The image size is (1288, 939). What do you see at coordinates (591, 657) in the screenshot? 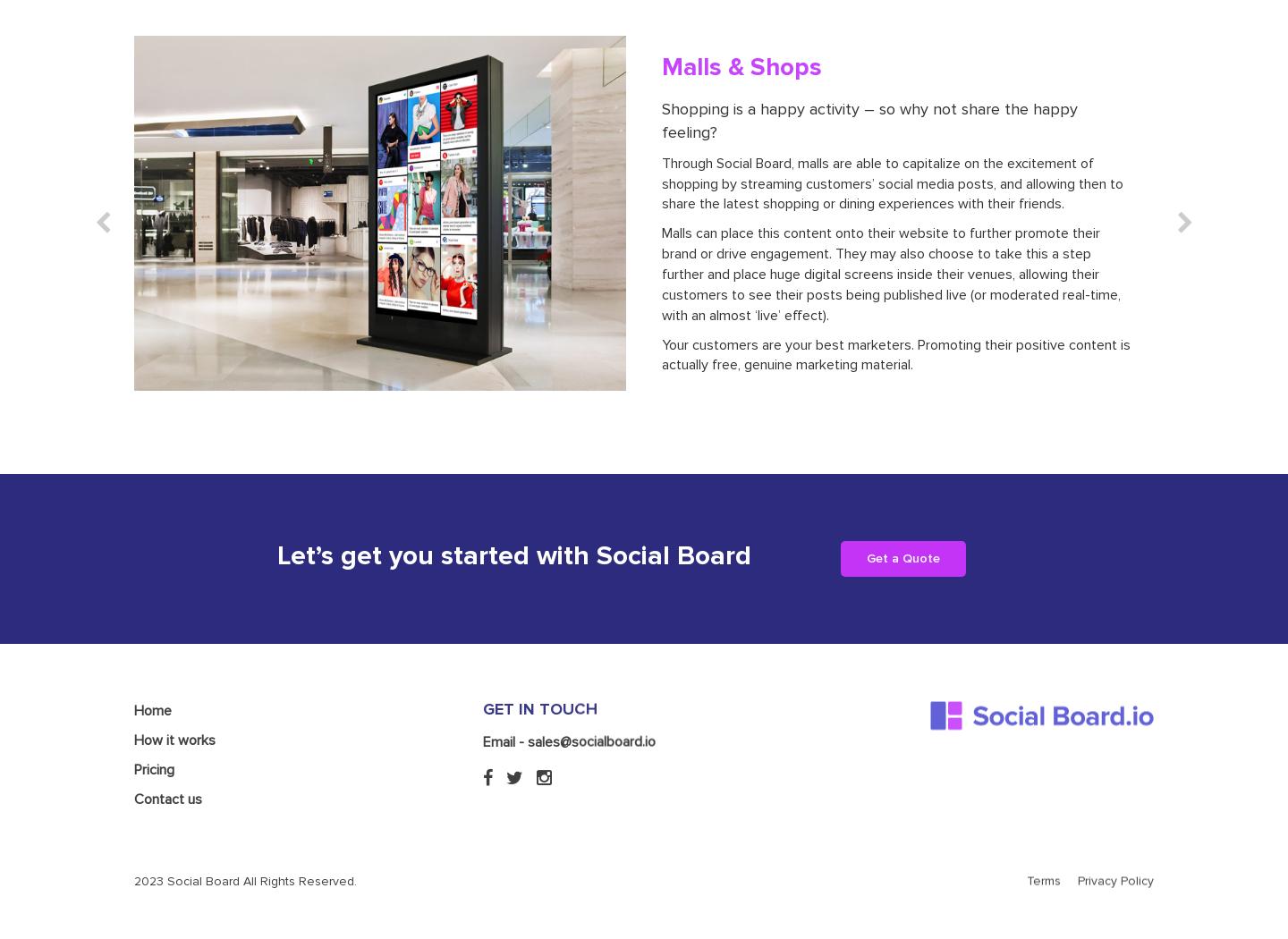
I see `'sales@socialboard.io'` at bounding box center [591, 657].